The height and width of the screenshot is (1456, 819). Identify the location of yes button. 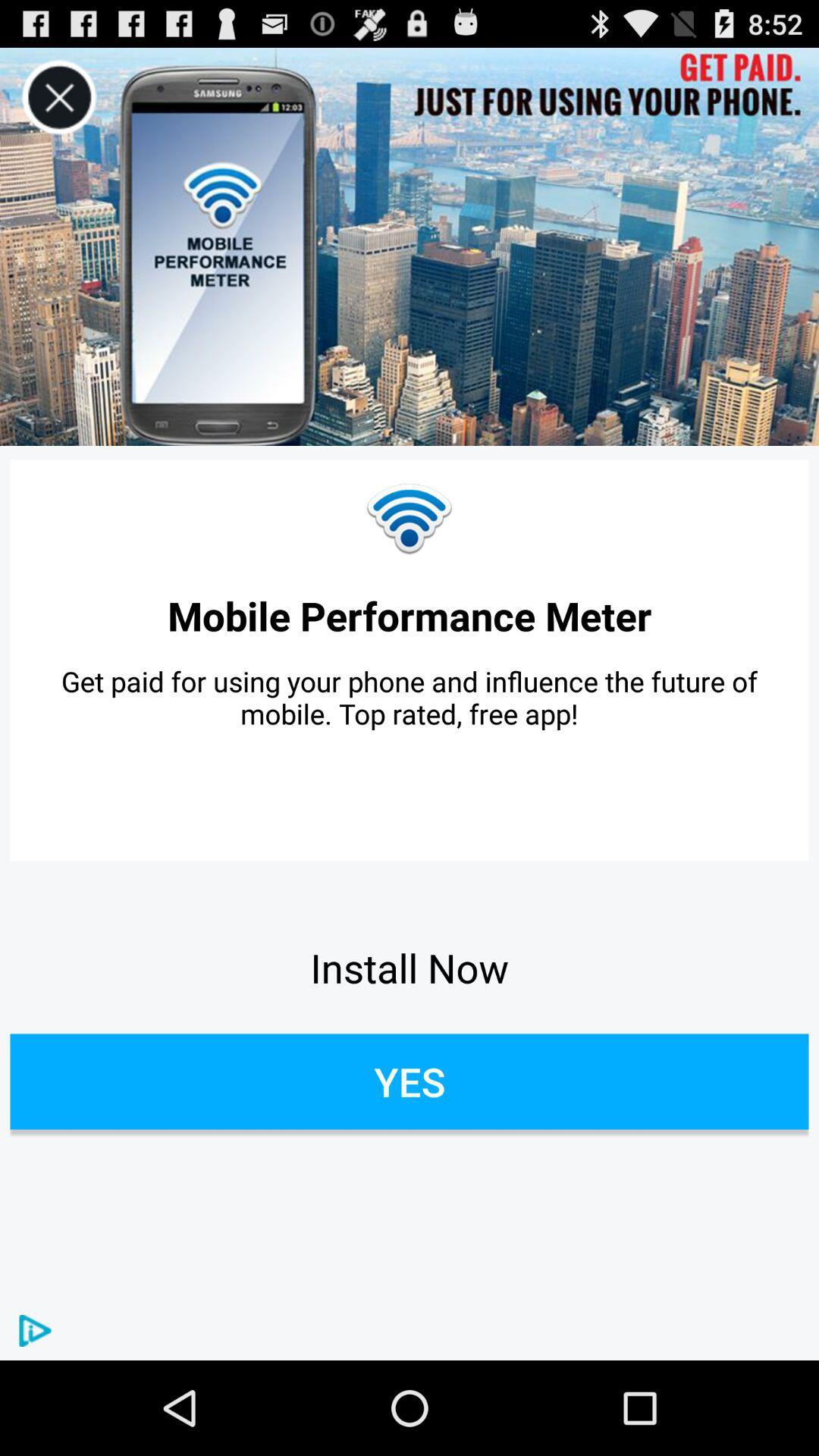
(409, 1081).